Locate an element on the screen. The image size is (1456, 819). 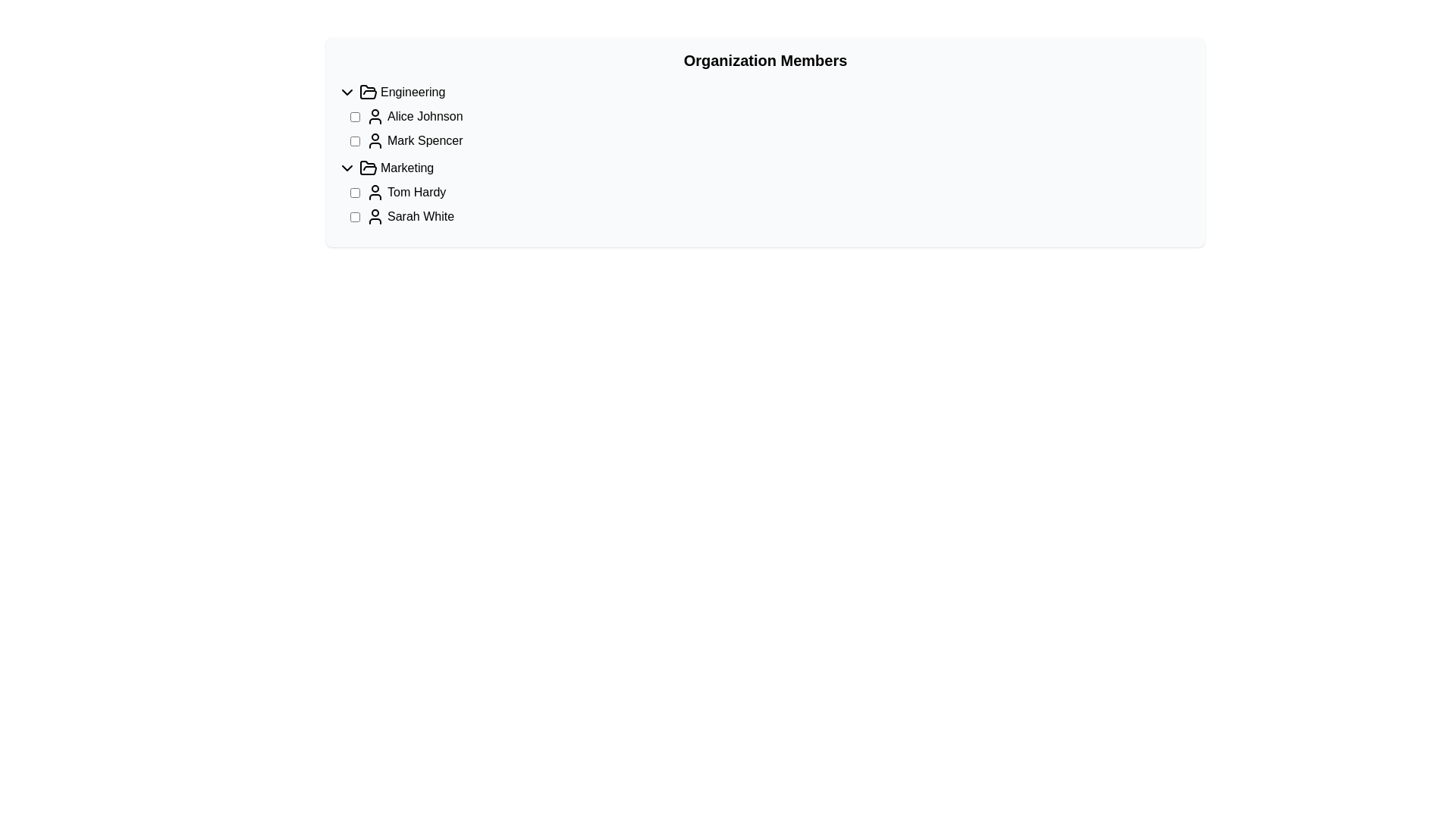
the checkbox located next to the name label 'Tom Hardy' is located at coordinates (354, 192).